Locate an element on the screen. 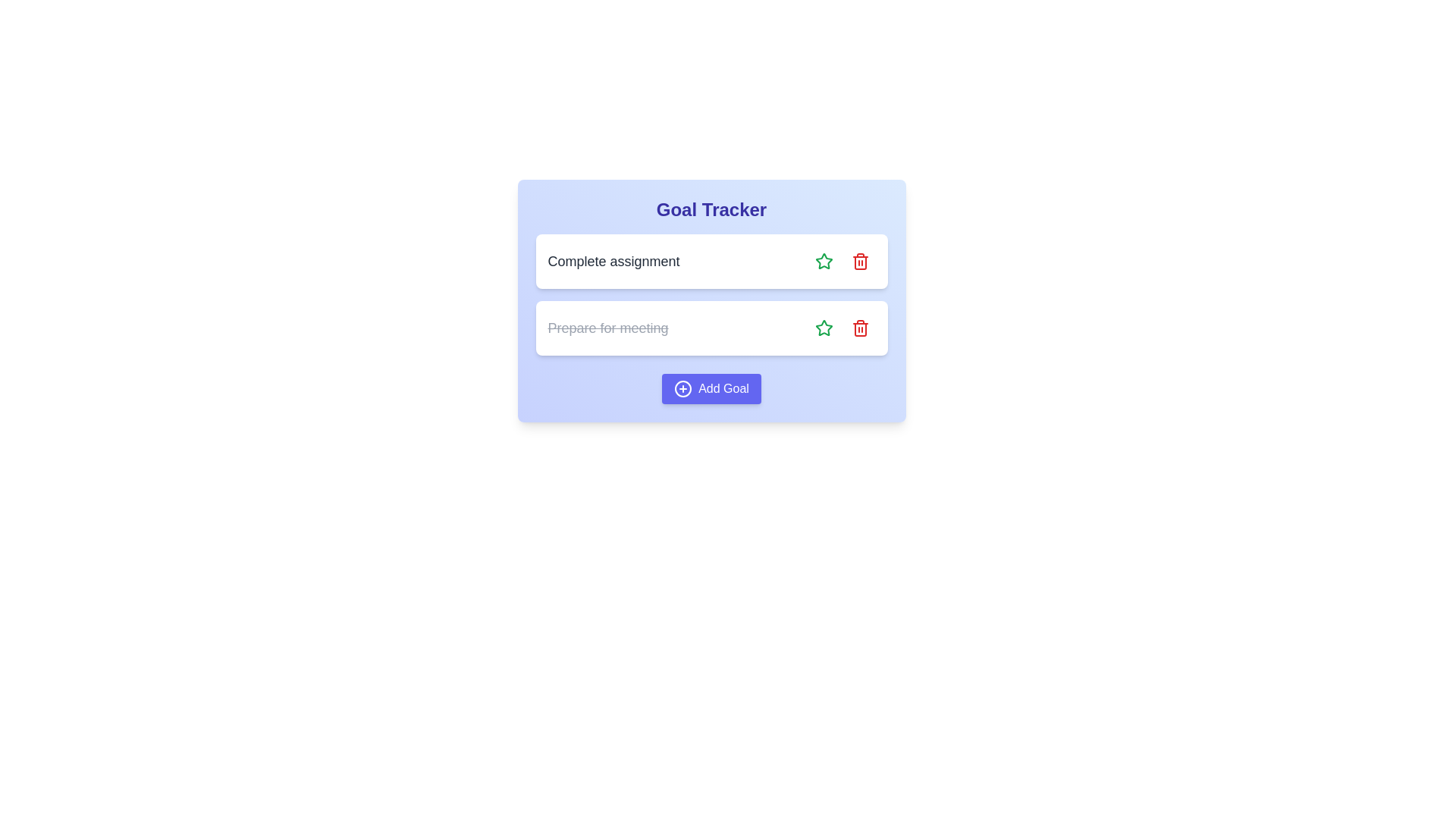 Image resolution: width=1456 pixels, height=819 pixels. the 'Add Goal' button with a purple background and white text located at the bottom of the 'Goal Tracker' list is located at coordinates (711, 388).